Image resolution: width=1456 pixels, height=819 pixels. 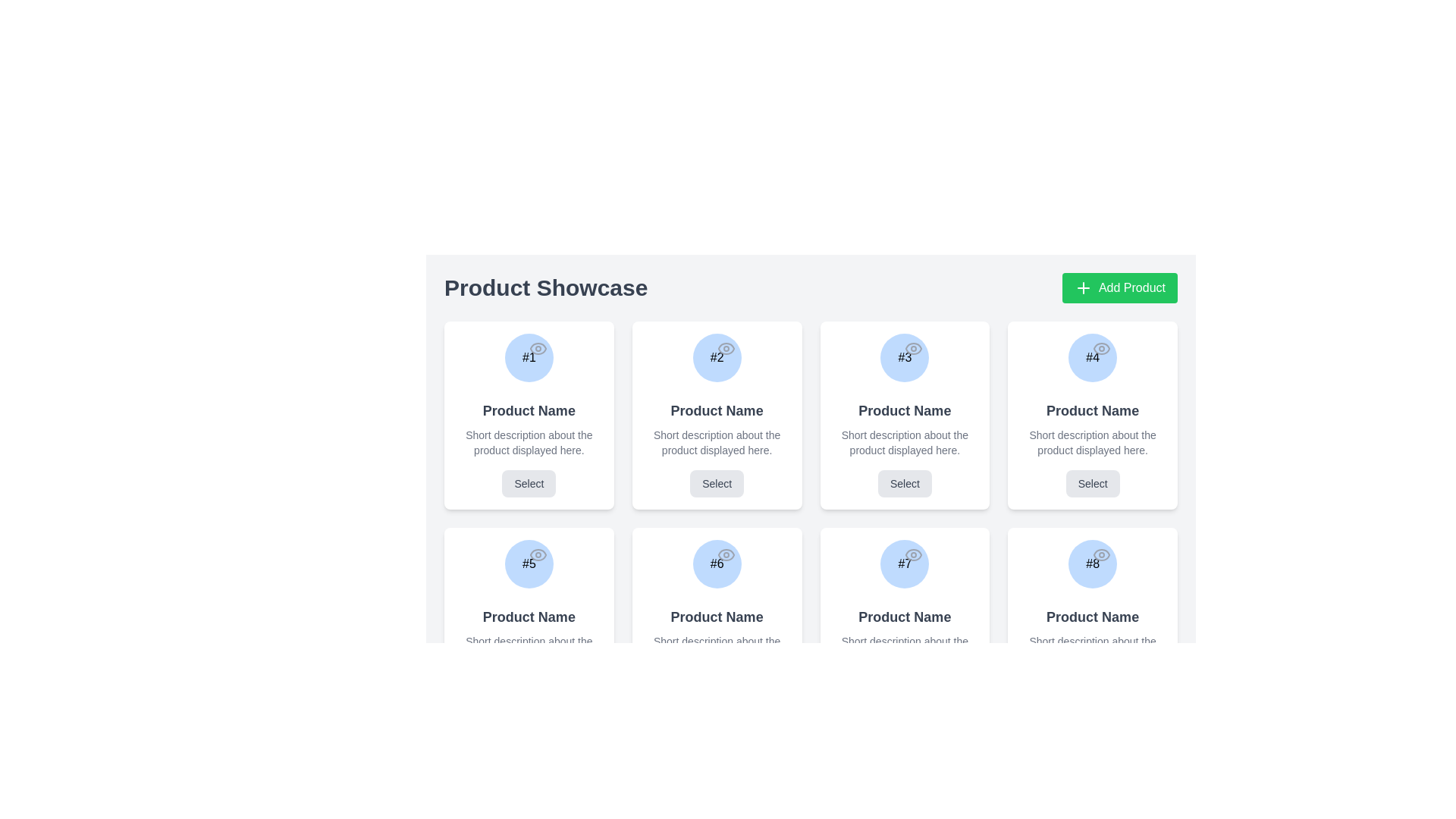 I want to click on the visual badge labeled '#8' located in the bottom-right position of a card in a two-row grid layout, so click(x=1093, y=564).